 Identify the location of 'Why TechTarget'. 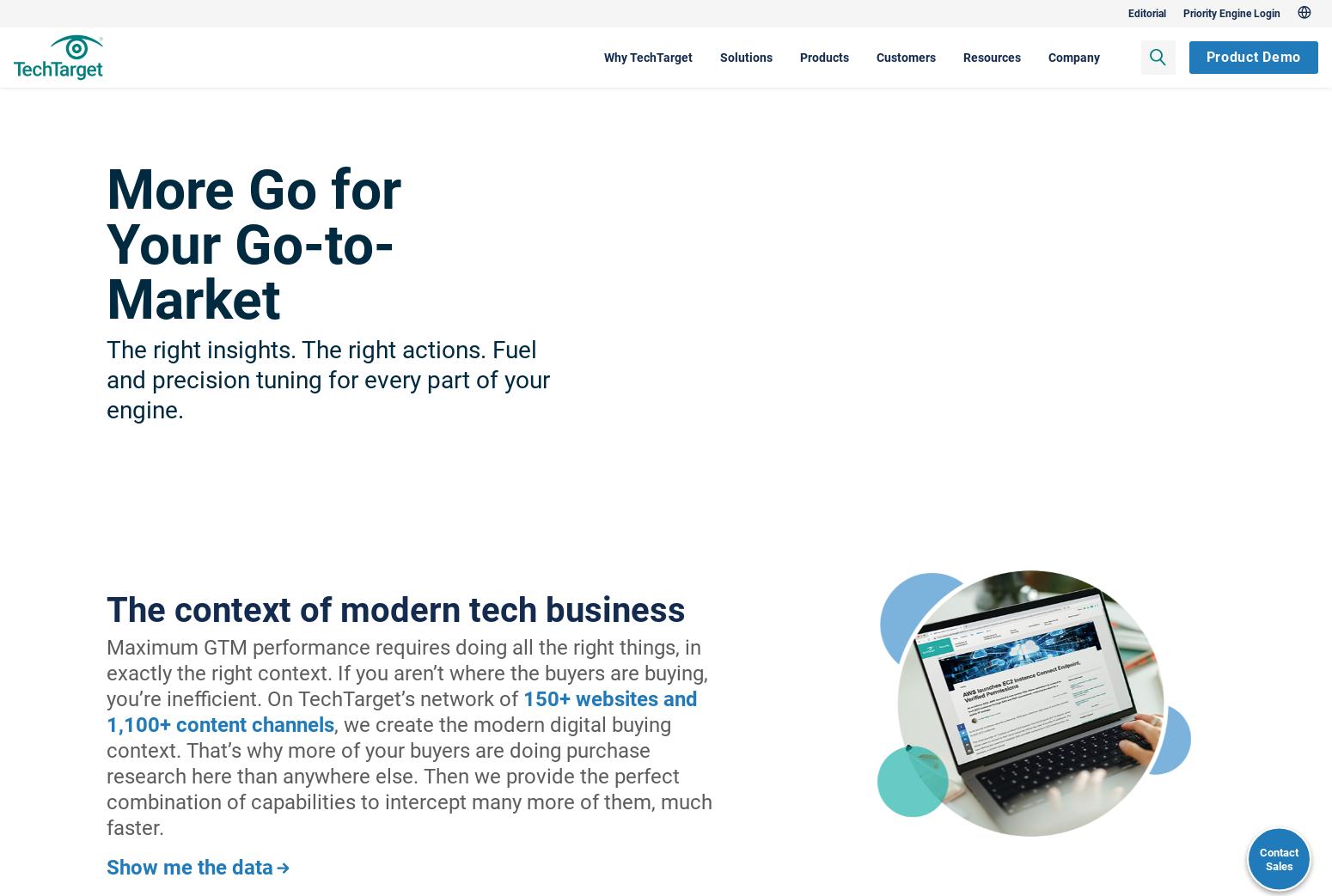
(553, 56).